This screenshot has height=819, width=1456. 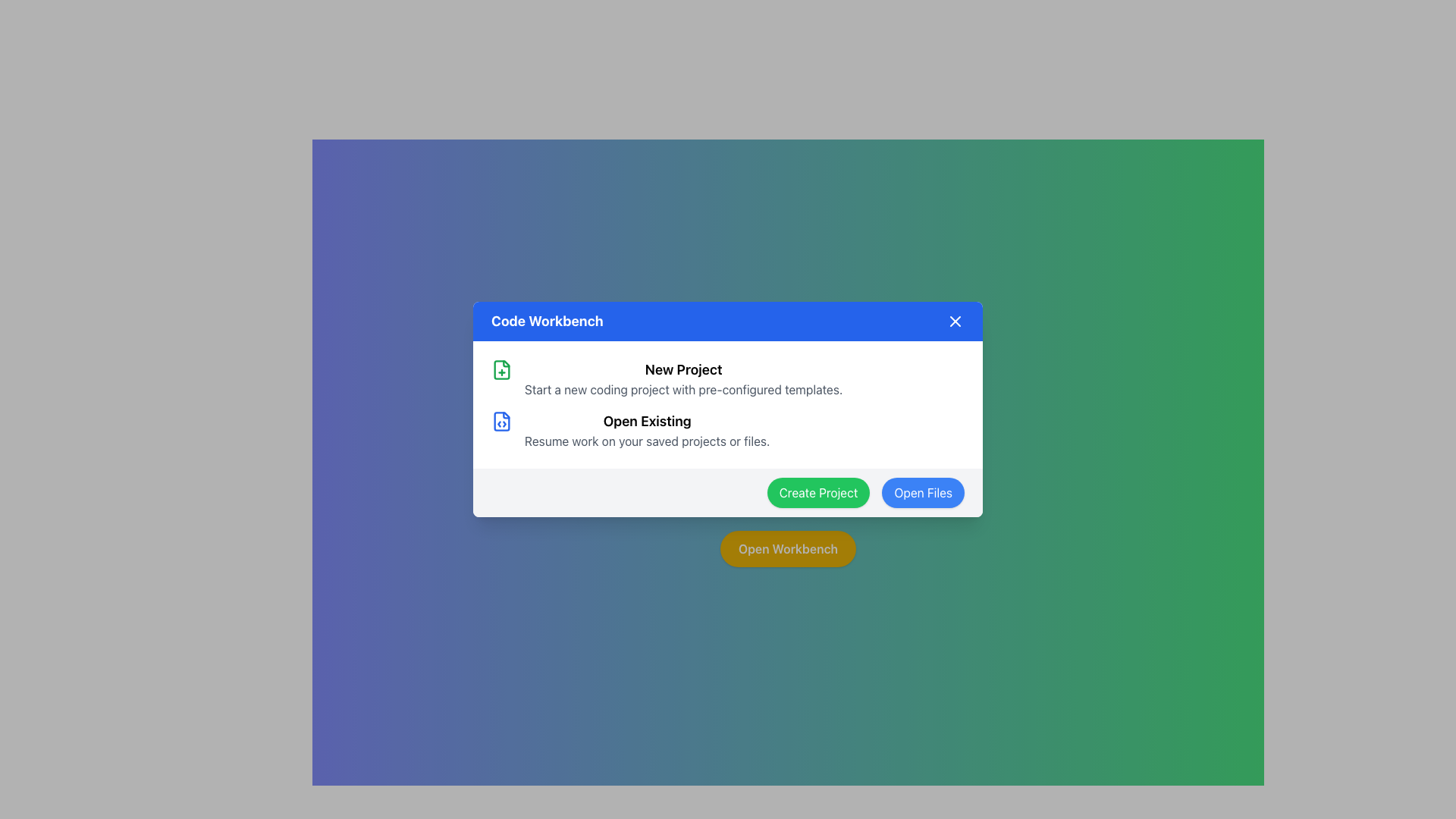 What do you see at coordinates (728, 378) in the screenshot?
I see `the 'New Project' Text with Icon Description Block` at bounding box center [728, 378].